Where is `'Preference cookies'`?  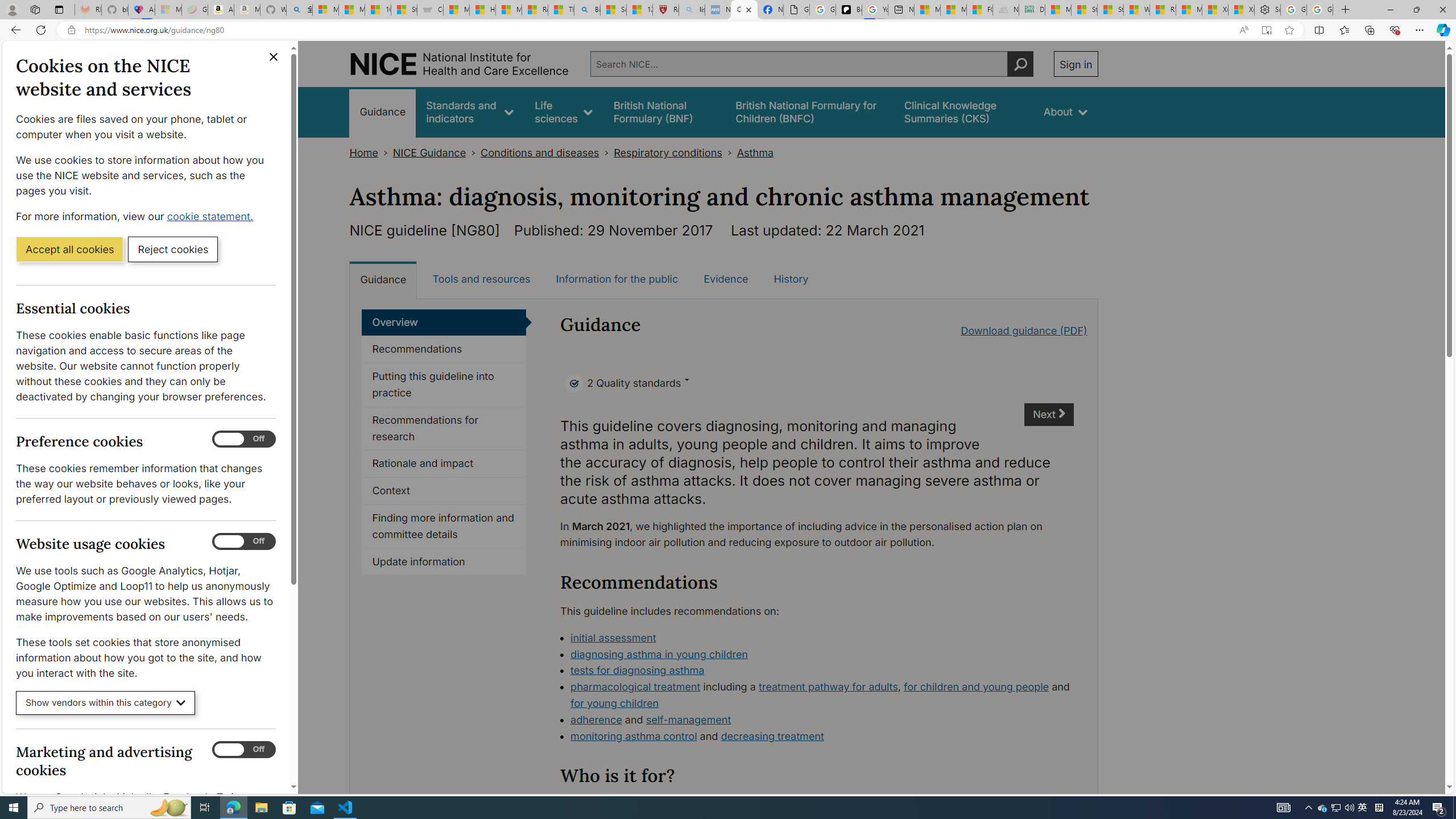
'Preference cookies' is located at coordinates (243, 438).